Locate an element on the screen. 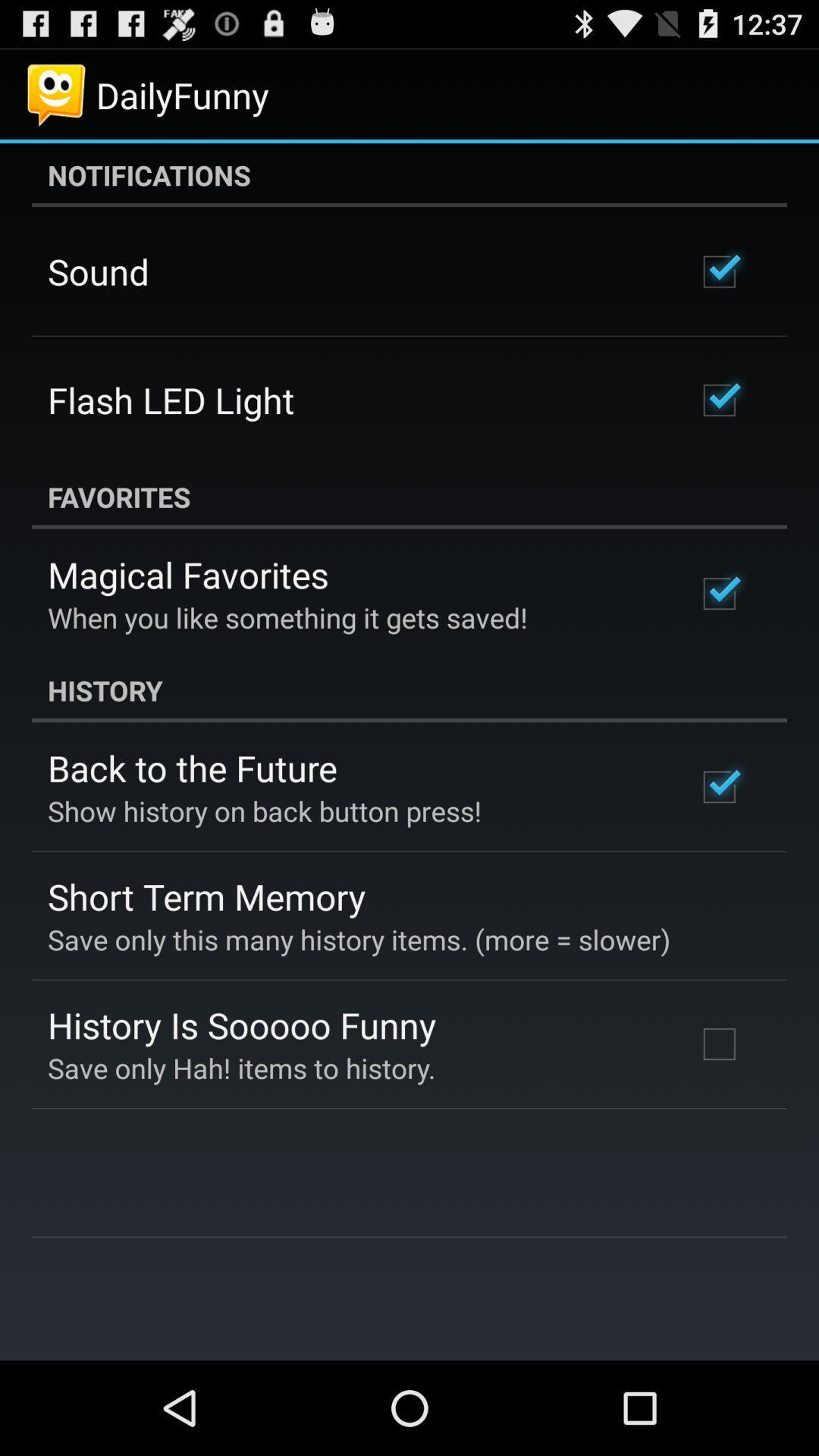 The height and width of the screenshot is (1456, 819). the app below the save only this is located at coordinates (241, 1025).